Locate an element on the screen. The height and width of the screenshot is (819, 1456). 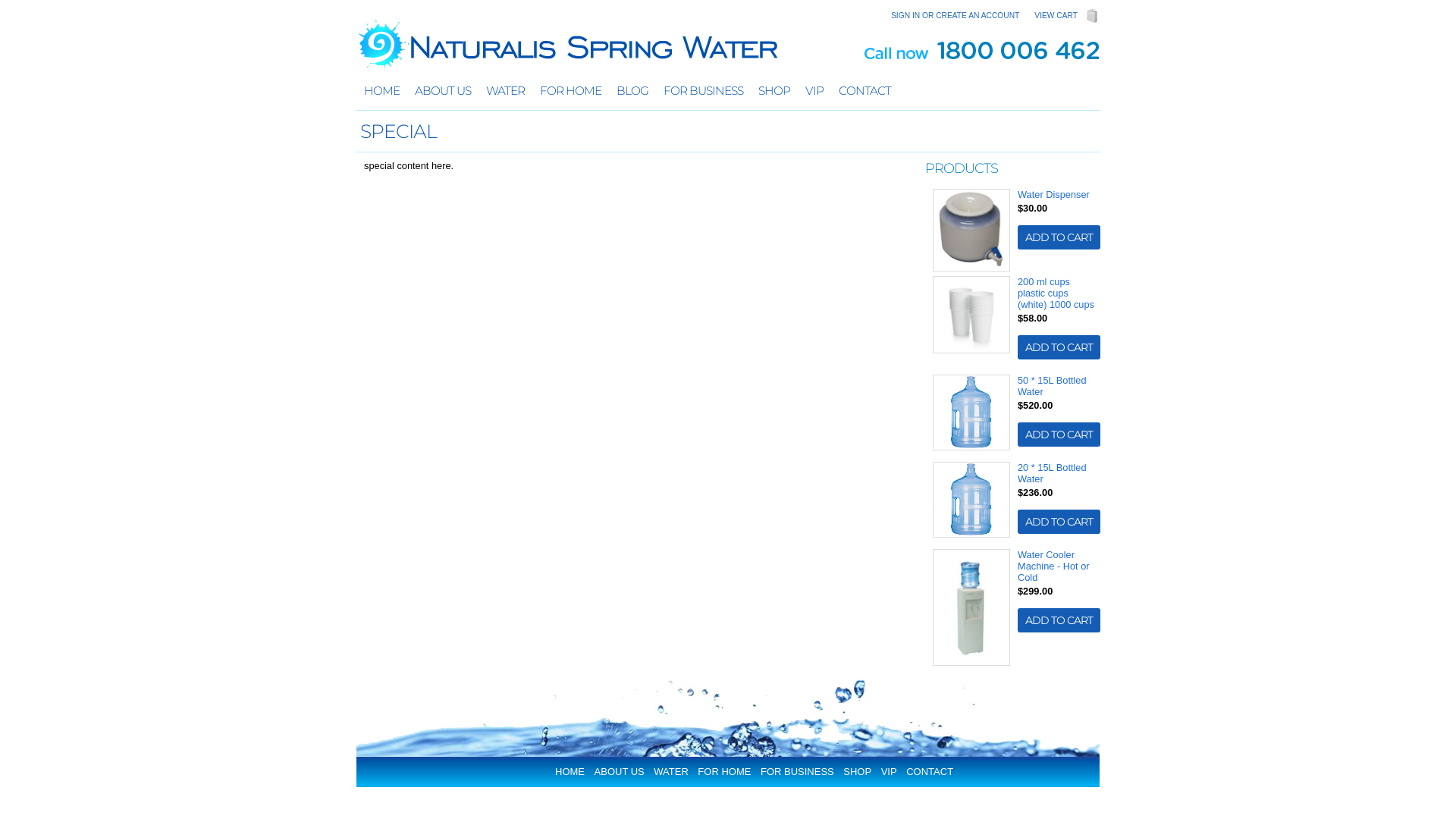
'WATER' is located at coordinates (654, 771).